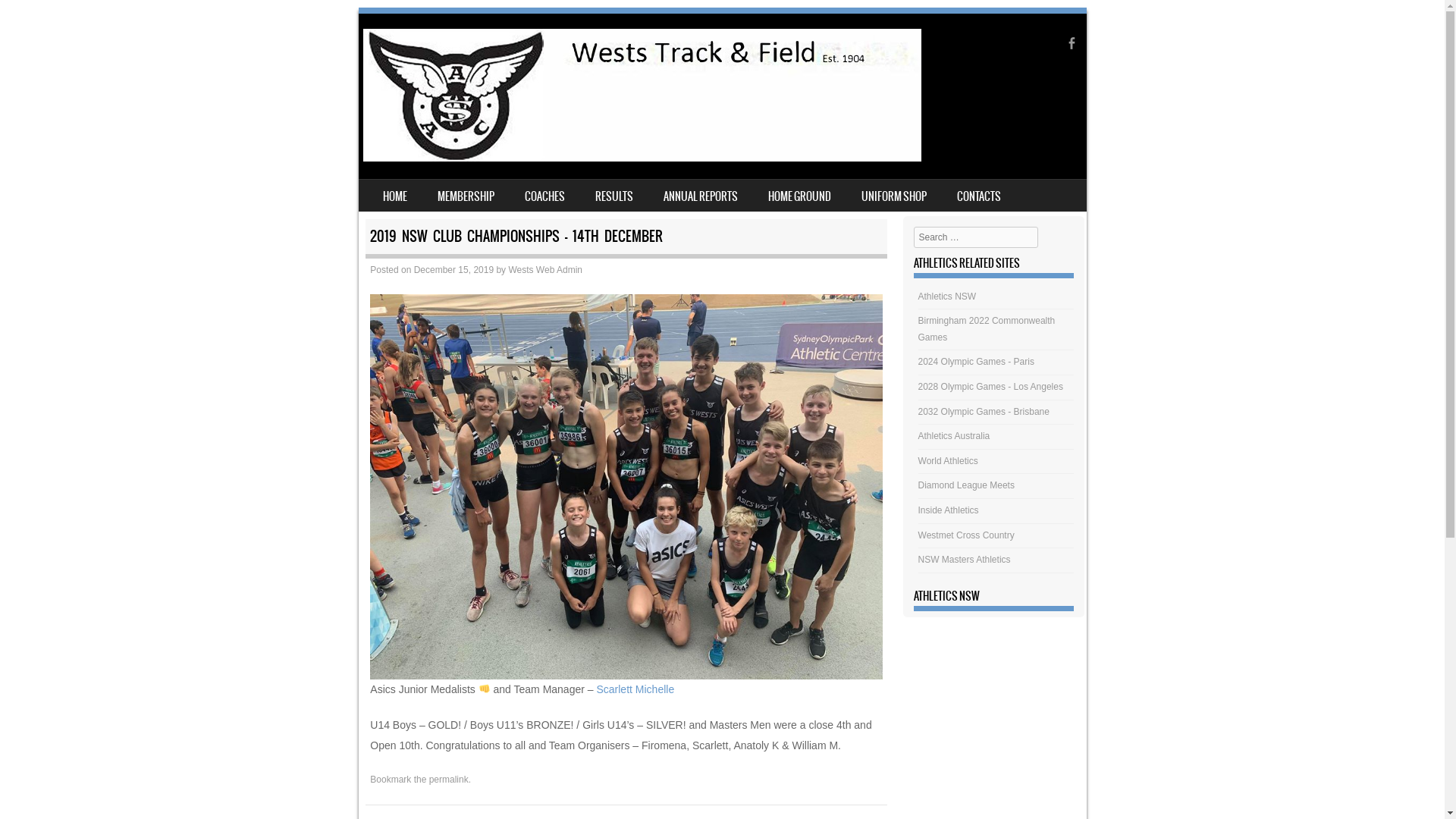  Describe the element at coordinates (464, 195) in the screenshot. I see `'MEMBERSHIP'` at that location.